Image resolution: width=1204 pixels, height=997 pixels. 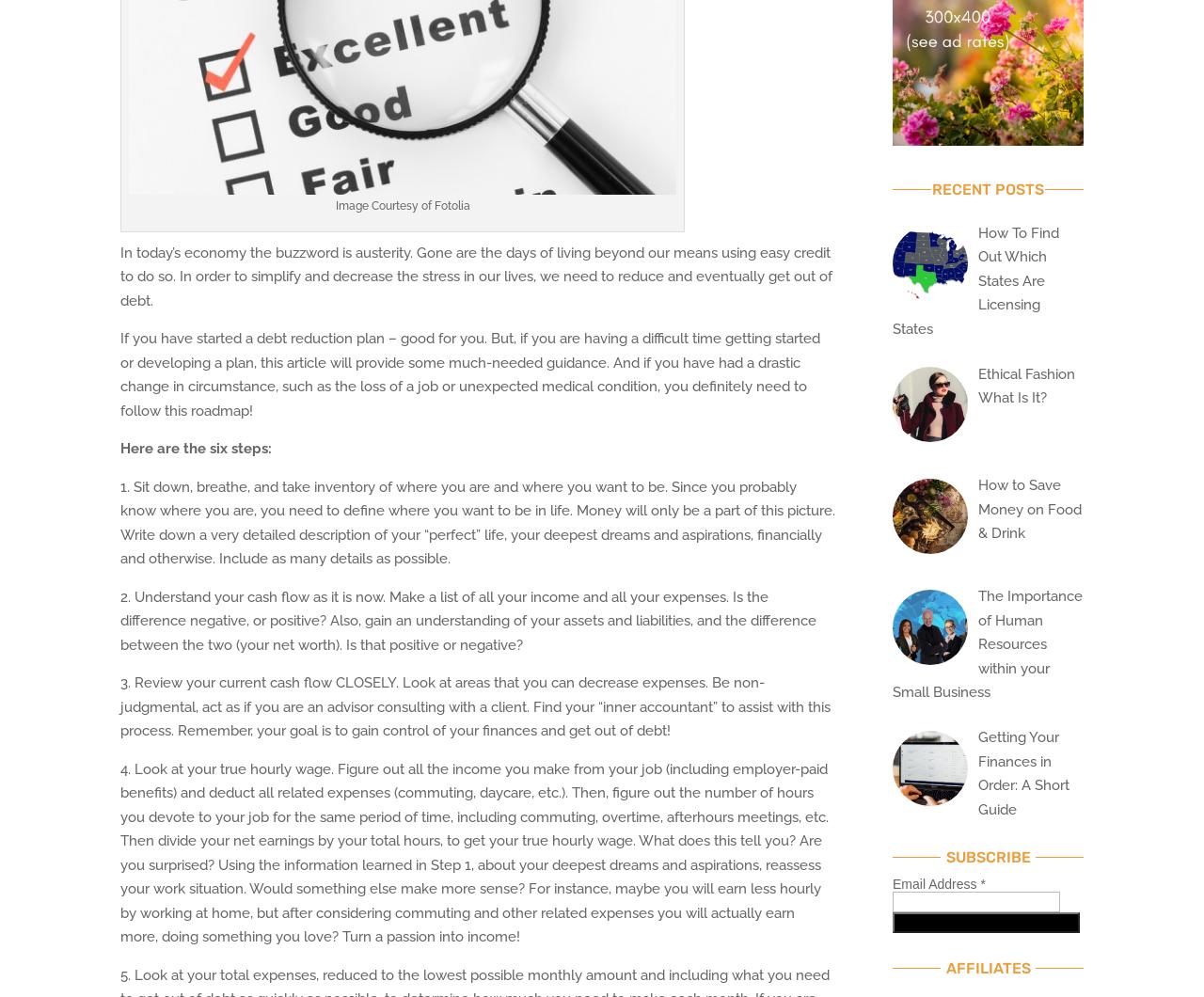 I want to click on '4. Look at your true hourly wage. Figure out all the income you make from your job (including employer-paid benefits) and deduct all related expenses (commuting, daycare, etc.). Then, figure out the number of hours you devote to your job for the same period of time, including commuting, overtime, afterhours meetings, etc. Then divide your net earnings by your total hours, to get your true hourly wage. What does this tell you? Are you surprised? Using the information learned in Step 1, about your deepest dreams and aspirations, reassess your work situation. Would something else make more sense? For instance, maybe you will earn less hourly by working at home, but after considering commuting and other related expenses you will actually earn more, doing something you love? Turn a passion into income!', so click(x=474, y=852).